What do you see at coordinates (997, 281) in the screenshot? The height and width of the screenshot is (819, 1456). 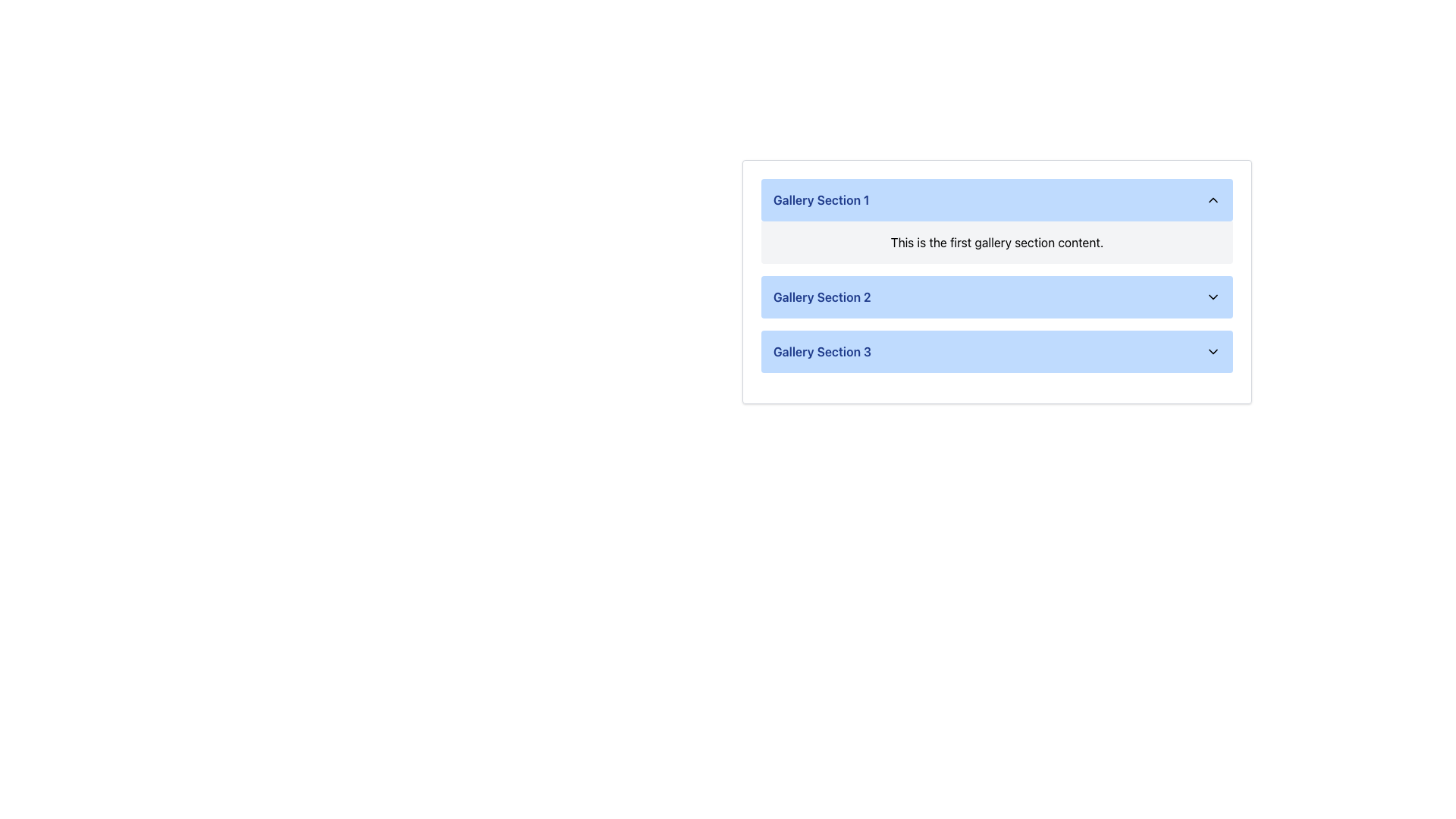 I see `the 'Gallery Section 2' Collapsible Section Header` at bounding box center [997, 281].